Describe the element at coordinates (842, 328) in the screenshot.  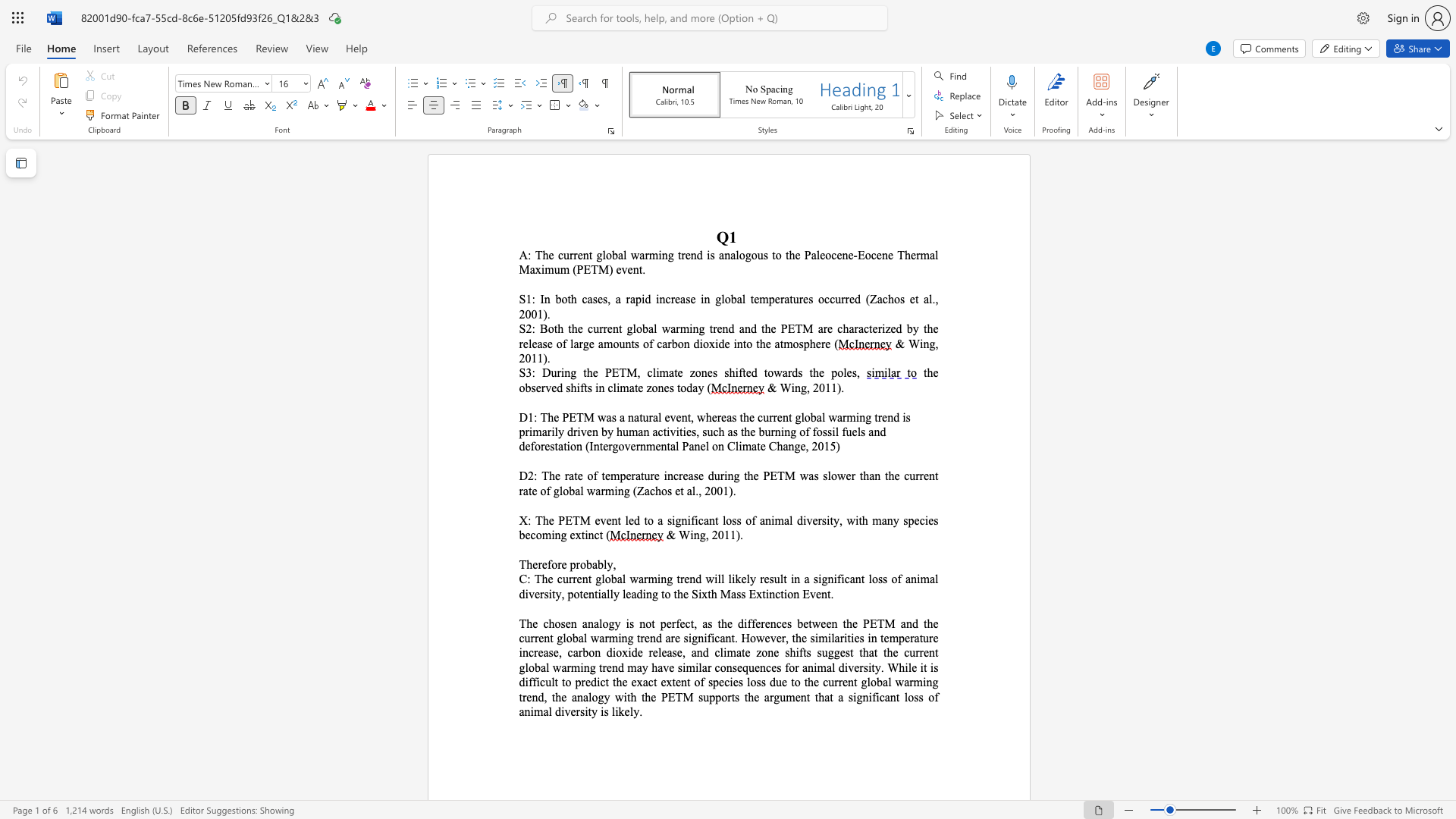
I see `the subset text "haracterized by the rele" within the text "PETM are characterized by the release of"` at that location.